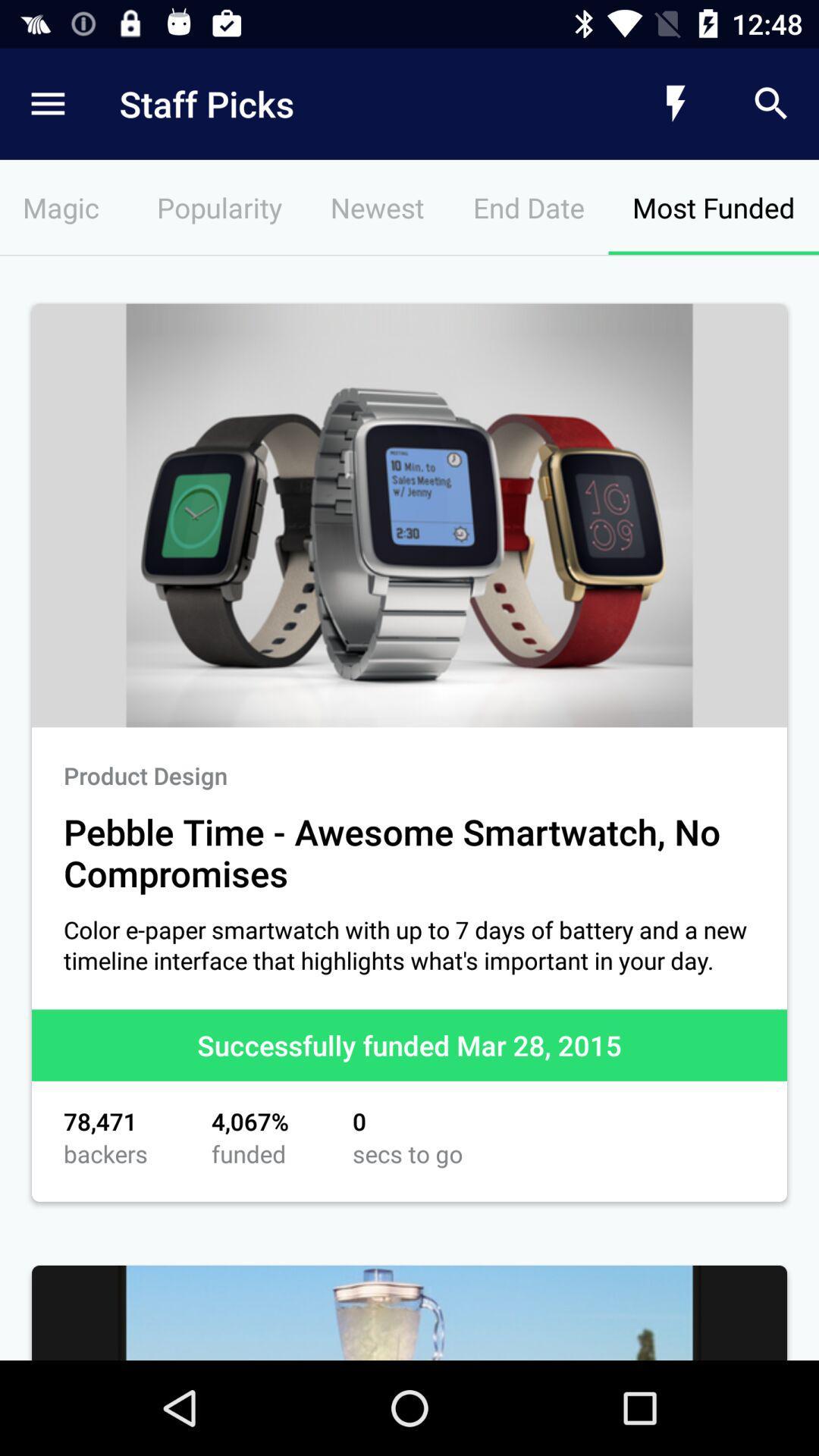 This screenshot has width=819, height=1456. What do you see at coordinates (345, 103) in the screenshot?
I see `the staff picks` at bounding box center [345, 103].